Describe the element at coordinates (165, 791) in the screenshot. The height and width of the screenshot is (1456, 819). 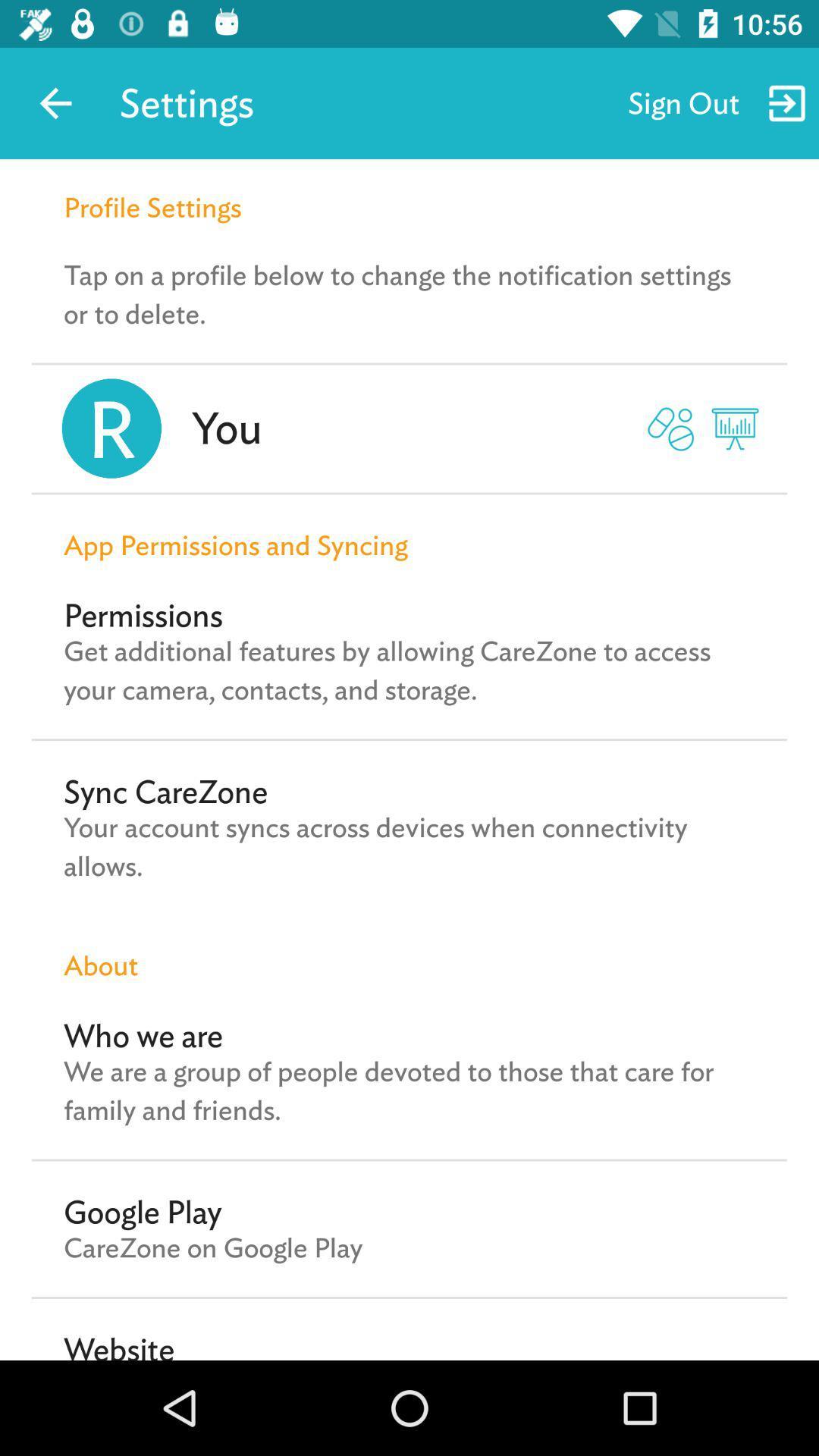
I see `the sync carezone item` at that location.